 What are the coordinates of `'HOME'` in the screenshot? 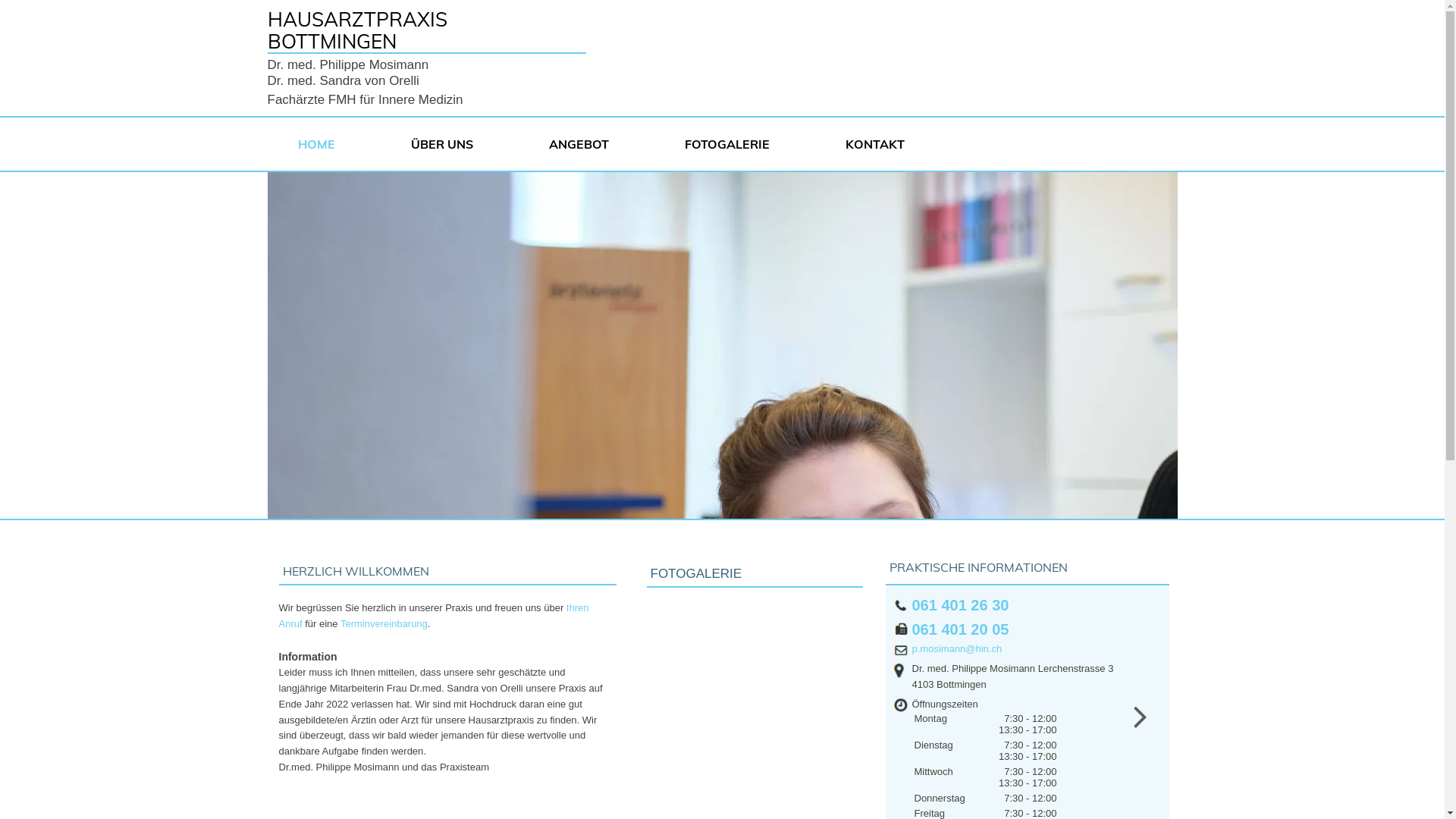 It's located at (322, 143).